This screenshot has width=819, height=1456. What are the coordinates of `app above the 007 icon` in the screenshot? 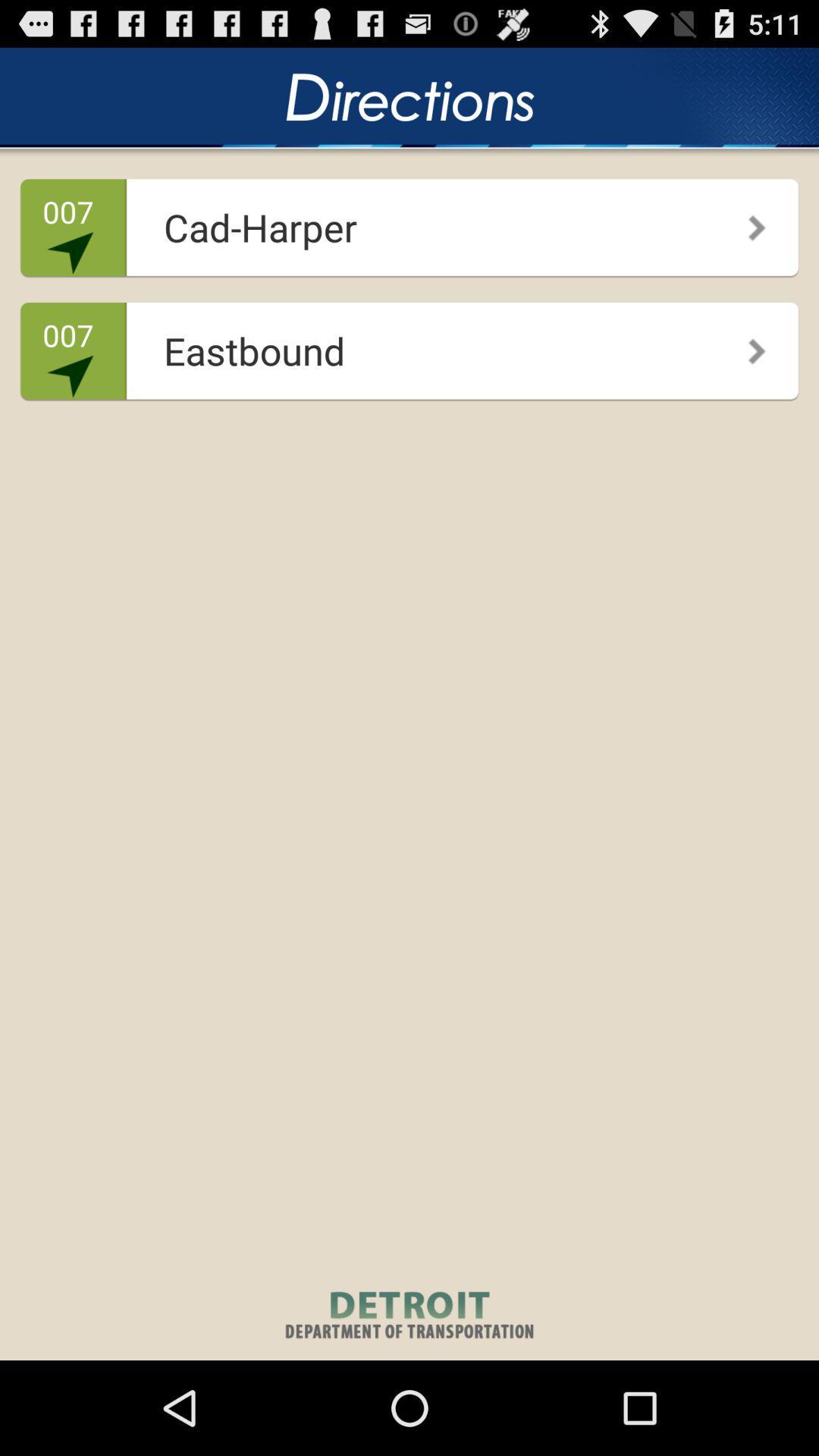 It's located at (404, 221).